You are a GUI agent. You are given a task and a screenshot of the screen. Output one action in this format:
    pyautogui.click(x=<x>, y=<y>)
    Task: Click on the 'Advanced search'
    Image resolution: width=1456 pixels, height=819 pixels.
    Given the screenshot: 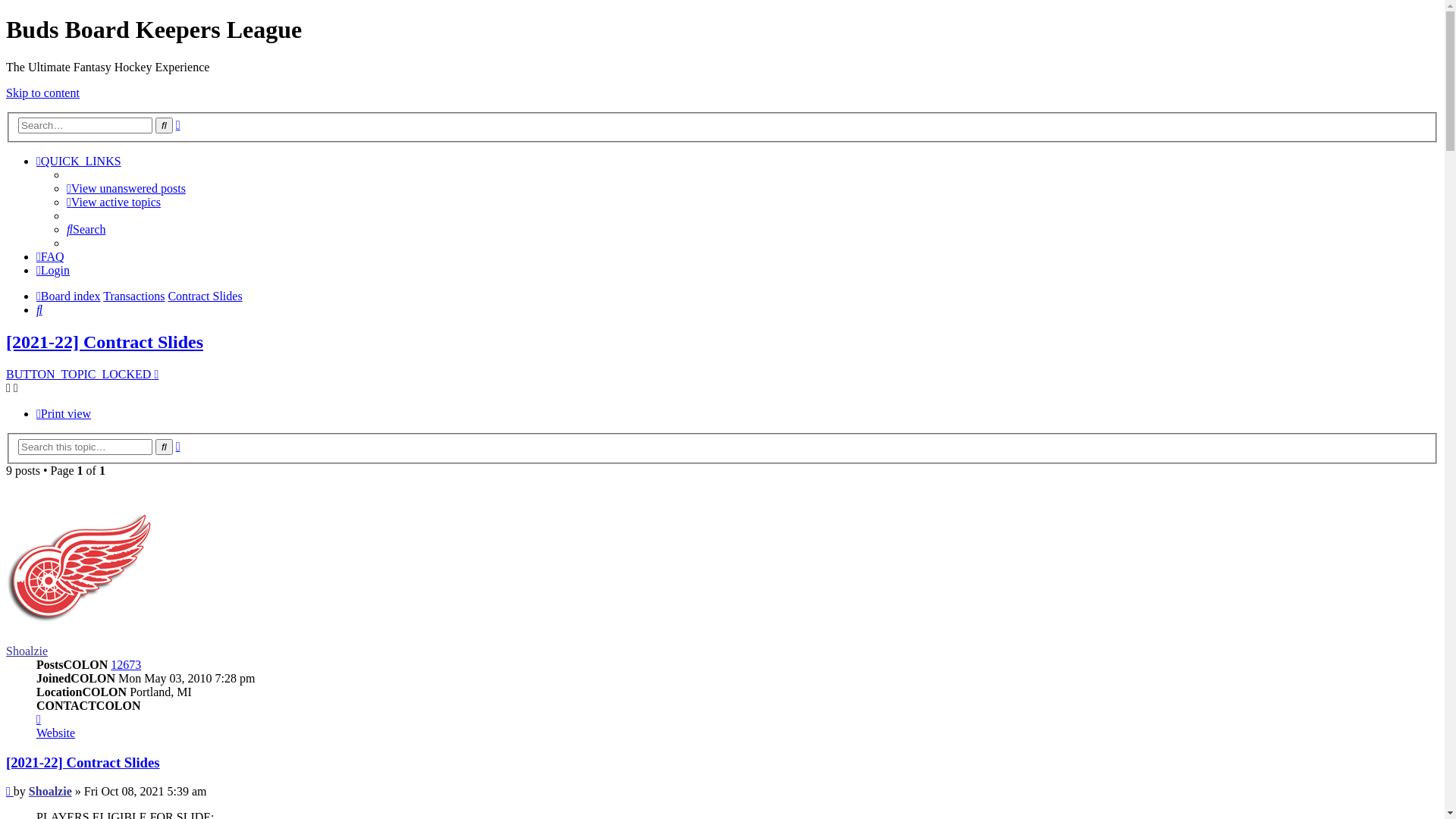 What is the action you would take?
    pyautogui.click(x=178, y=445)
    